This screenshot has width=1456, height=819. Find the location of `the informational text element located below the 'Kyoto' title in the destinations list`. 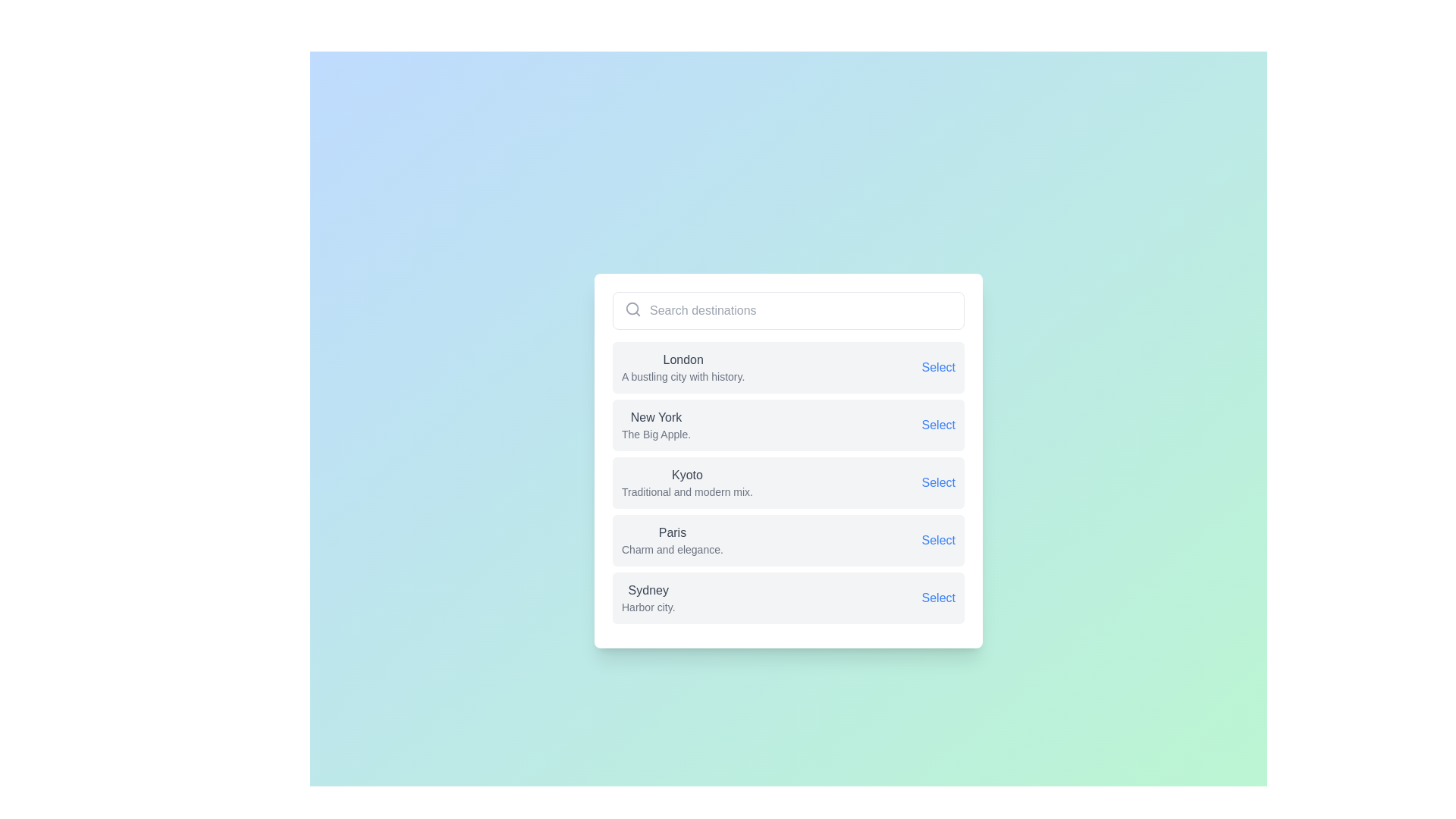

the informational text element located below the 'Kyoto' title in the destinations list is located at coordinates (686, 491).